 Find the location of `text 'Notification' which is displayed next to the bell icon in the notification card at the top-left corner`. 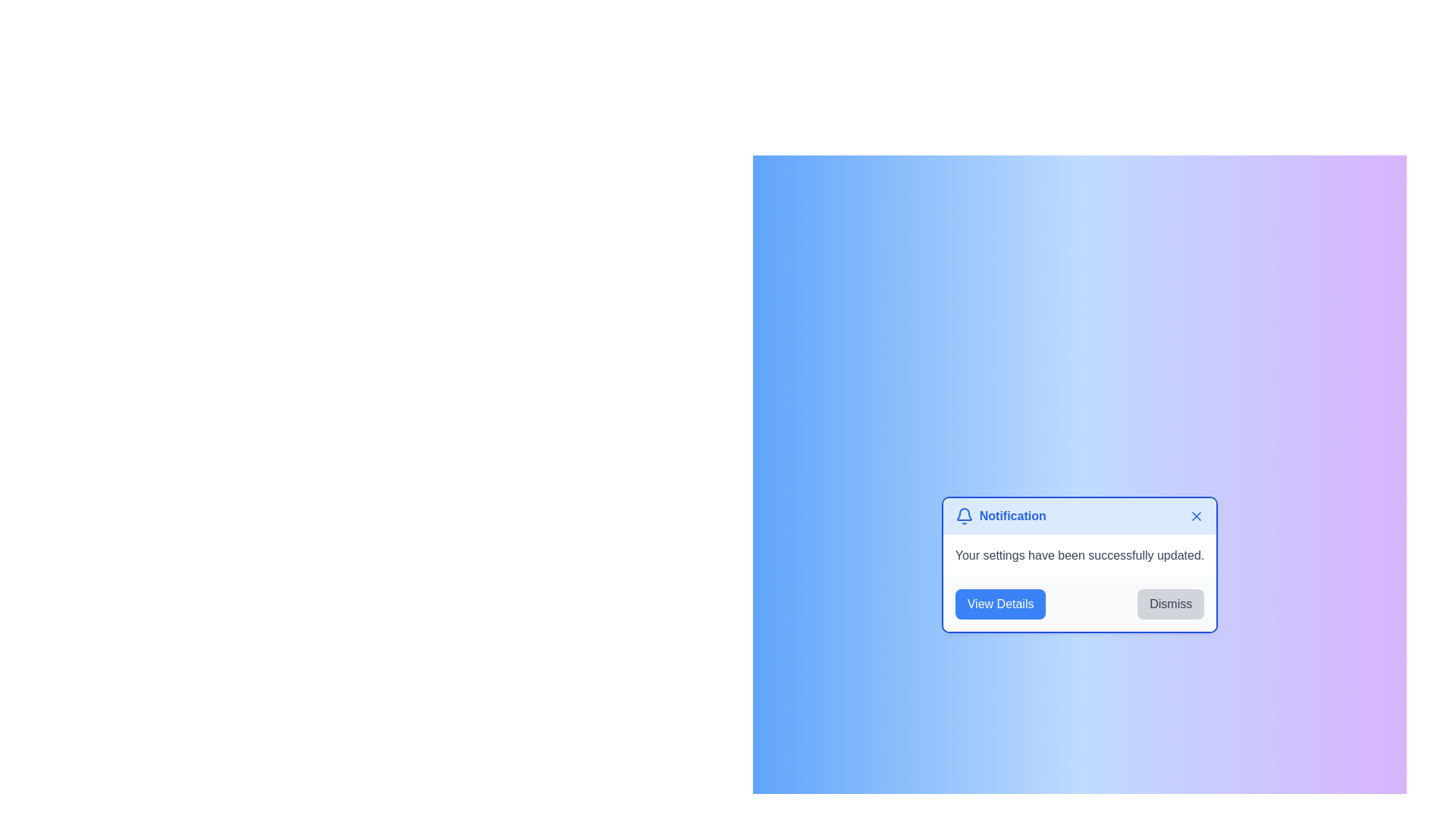

text 'Notification' which is displayed next to the bell icon in the notification card at the top-left corner is located at coordinates (1000, 516).